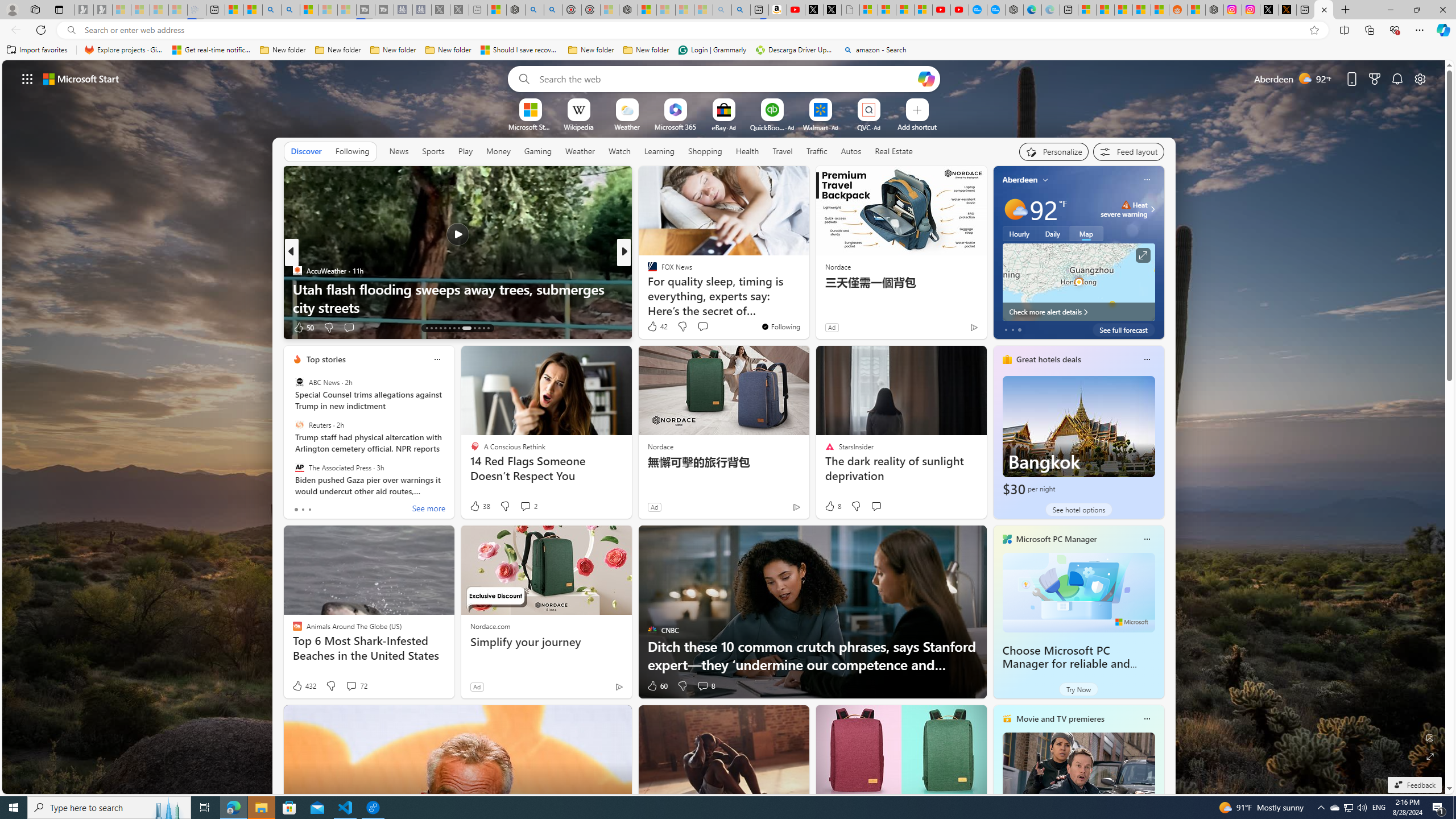 Image resolution: width=1456 pixels, height=819 pixels. Describe the element at coordinates (580, 150) in the screenshot. I see `'Weather'` at that location.